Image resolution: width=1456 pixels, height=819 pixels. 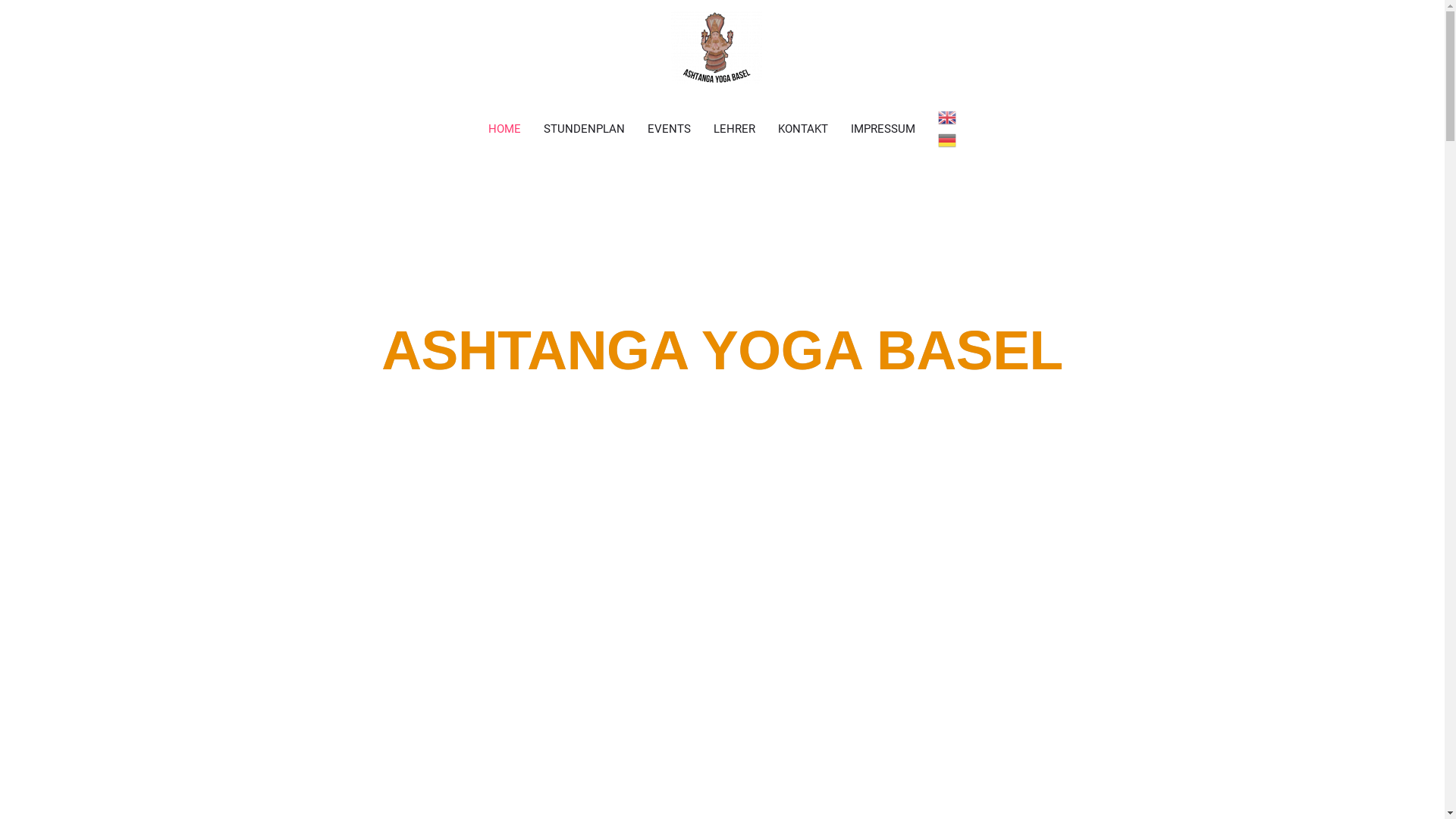 I want to click on 'HOME', so click(x=504, y=127).